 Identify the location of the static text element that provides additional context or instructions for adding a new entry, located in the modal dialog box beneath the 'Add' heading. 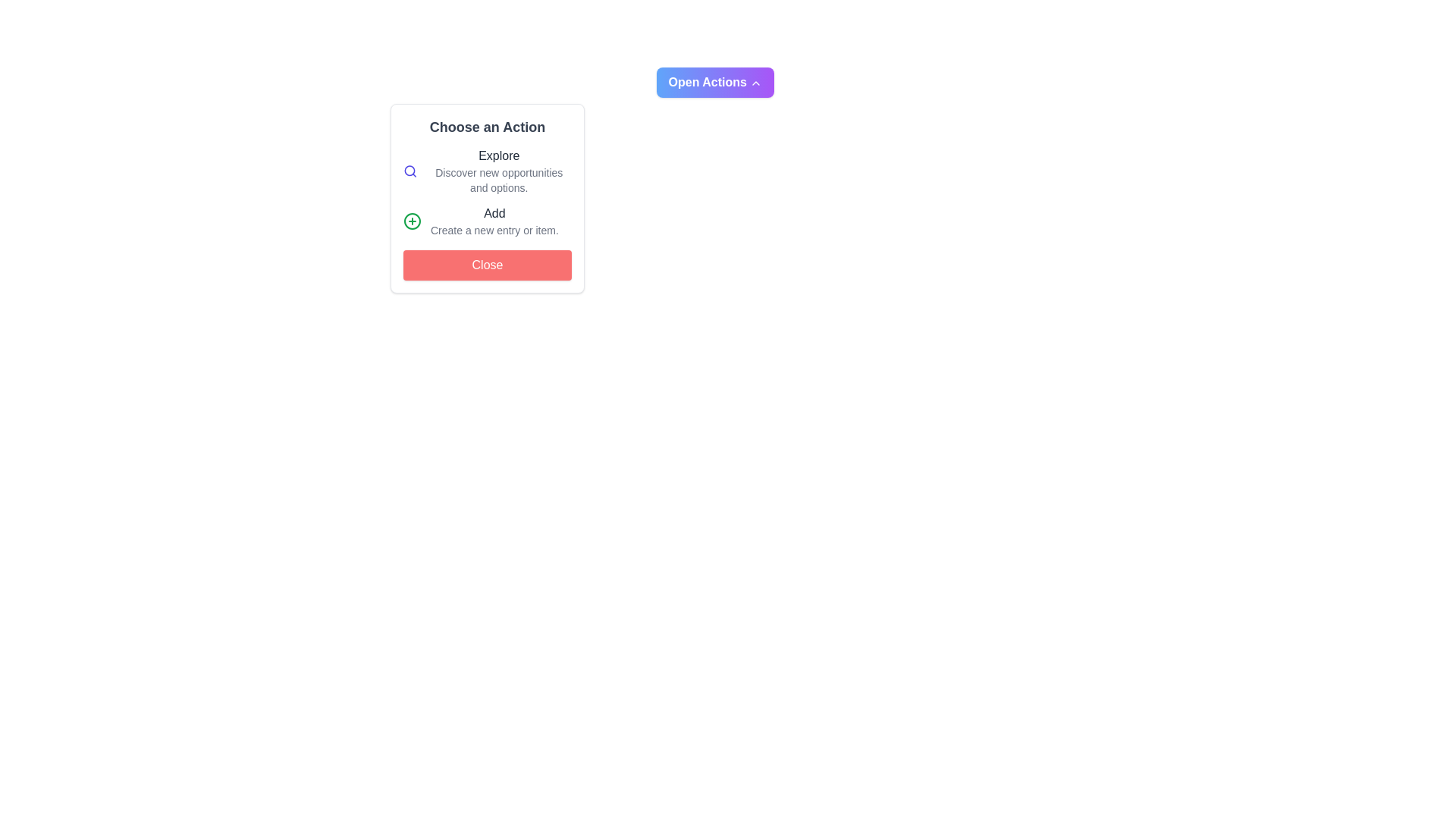
(494, 231).